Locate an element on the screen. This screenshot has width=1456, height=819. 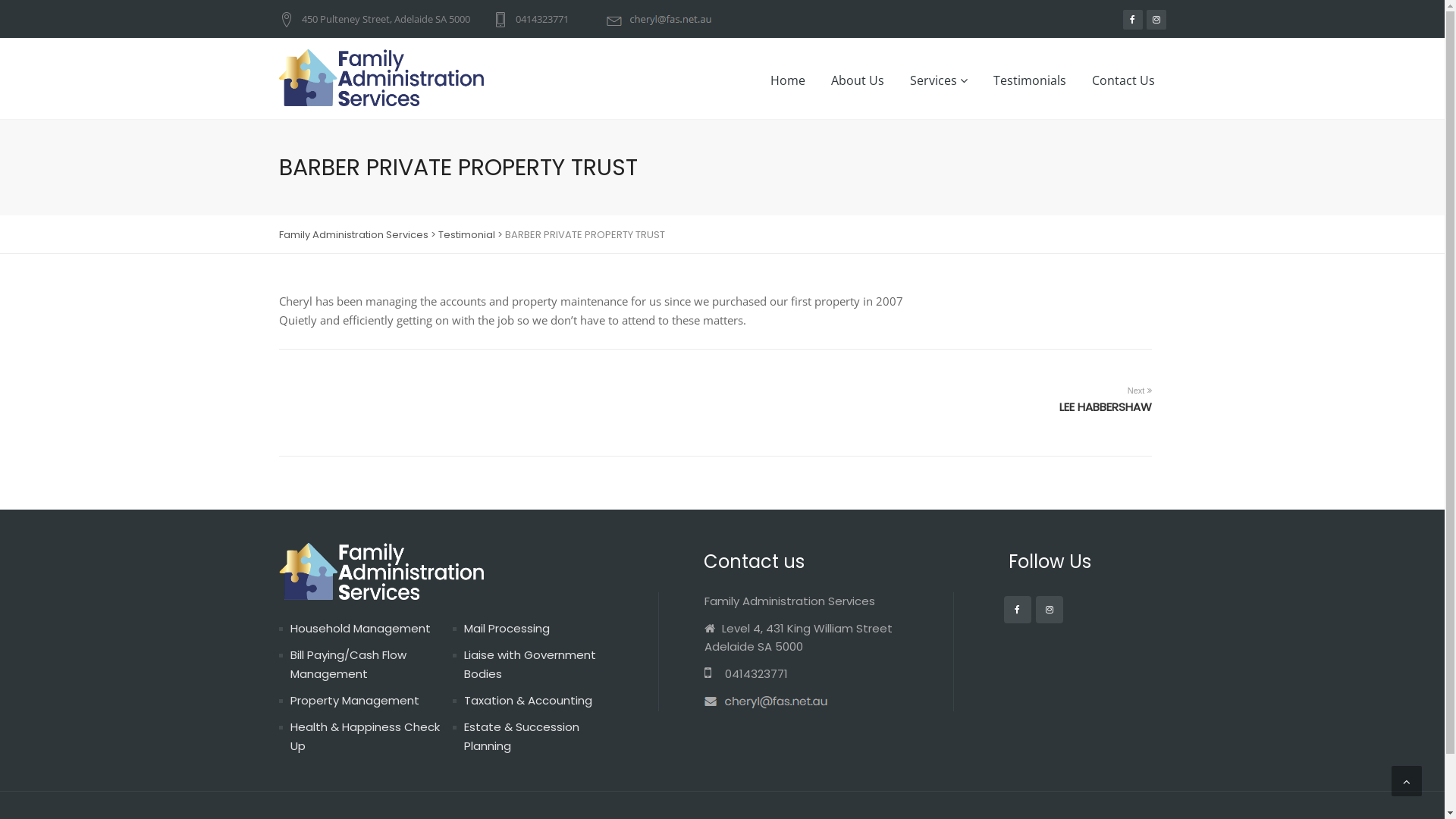
'About Us' is located at coordinates (856, 80).